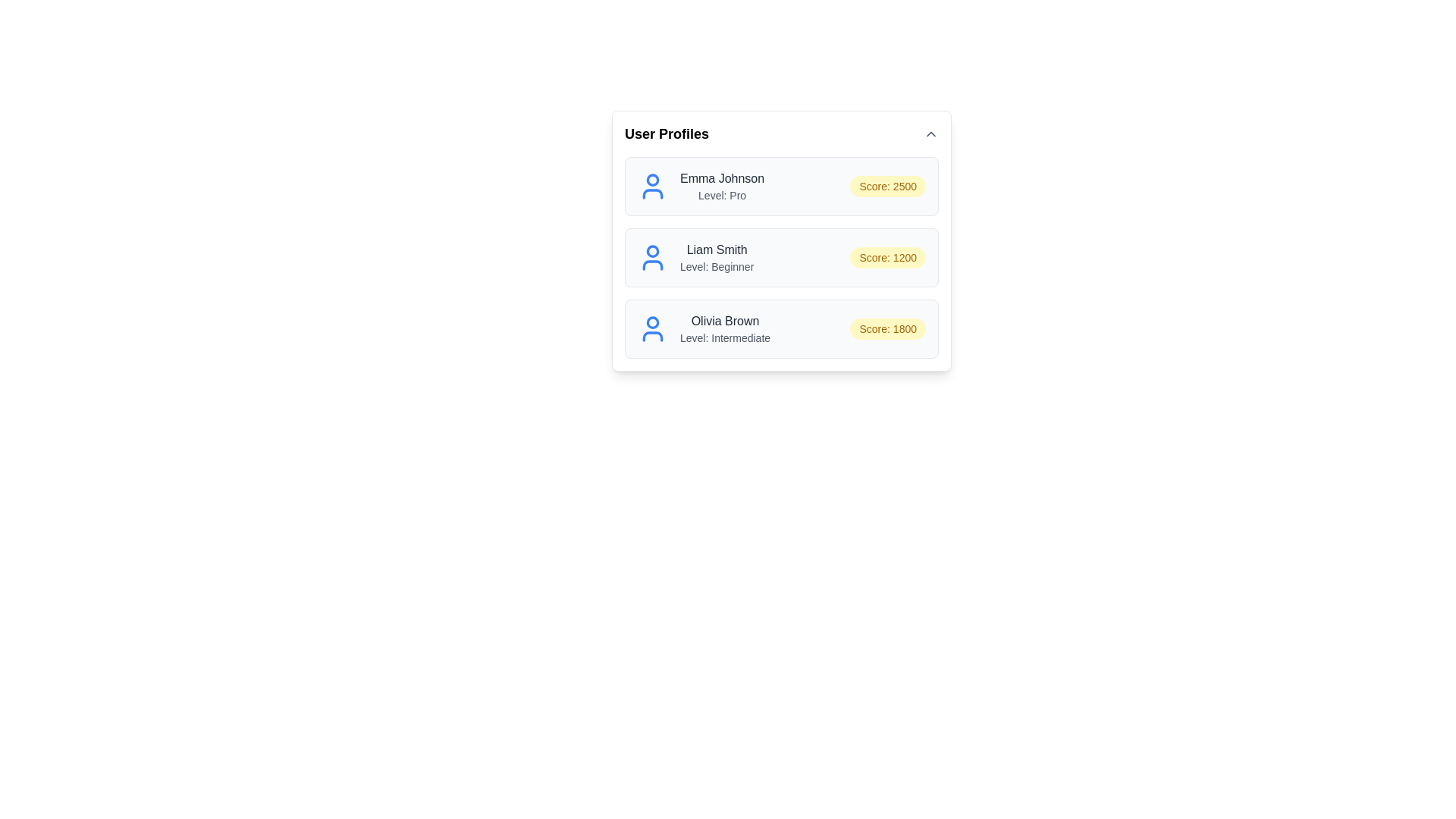  Describe the element at coordinates (724, 321) in the screenshot. I see `the text label displaying 'Olivia Brown' in gray color, which is prominently positioned in the user profile section adjacent to an avatar icon` at that location.